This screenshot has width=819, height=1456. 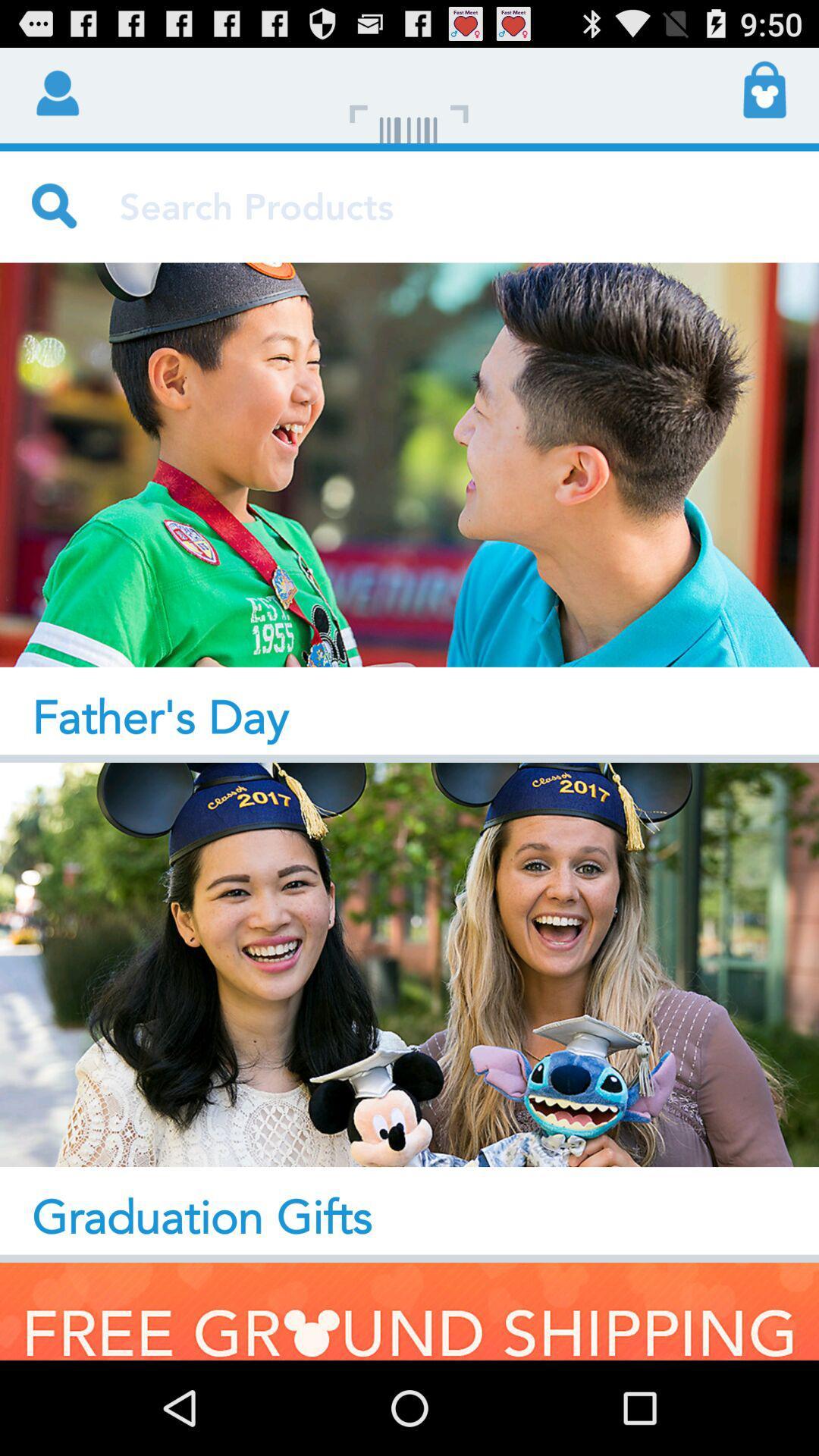 What do you see at coordinates (55, 90) in the screenshot?
I see `icon at the top left corner` at bounding box center [55, 90].